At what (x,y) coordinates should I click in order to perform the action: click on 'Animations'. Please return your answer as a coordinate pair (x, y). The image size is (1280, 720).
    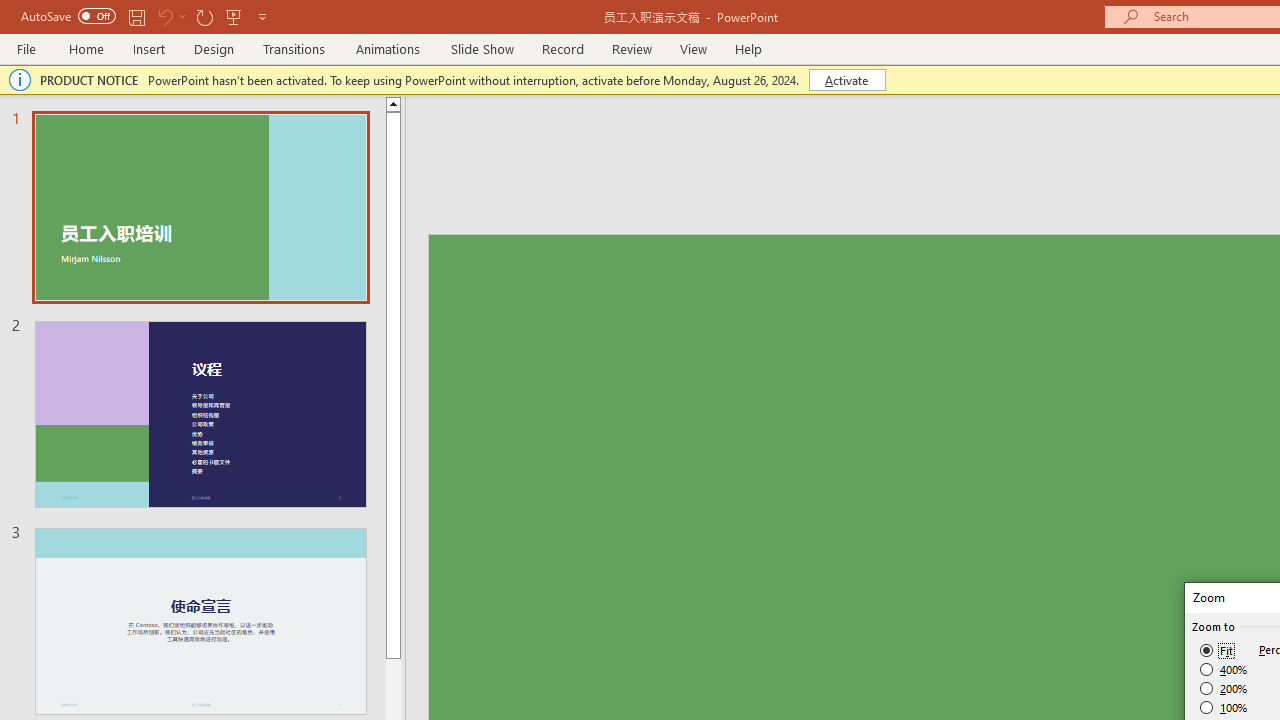
    Looking at the image, I should click on (388, 48).